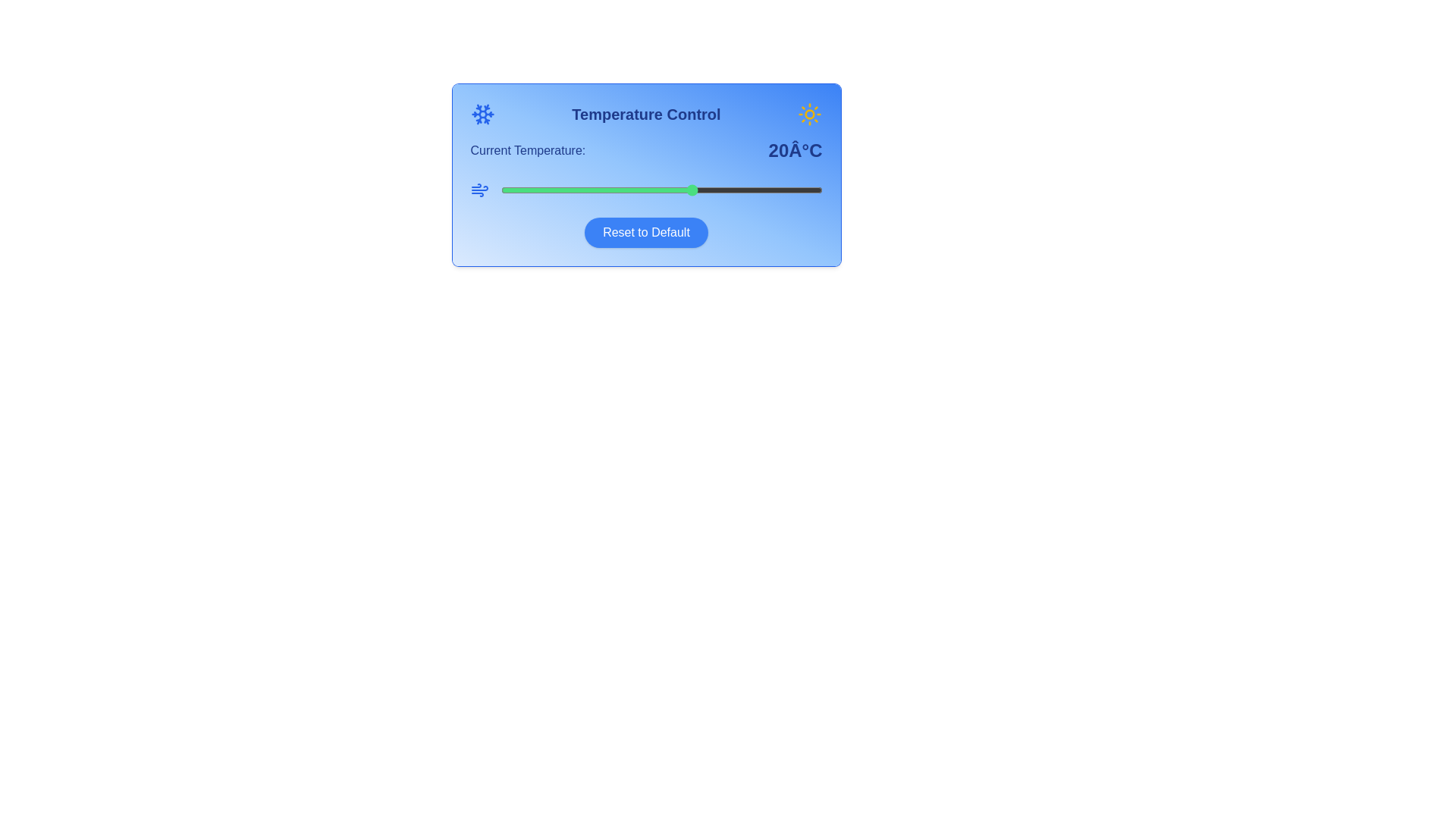 This screenshot has width=1456, height=819. I want to click on the reset button located in the bottom section of the 'Temperature Control' card interface, so click(646, 233).